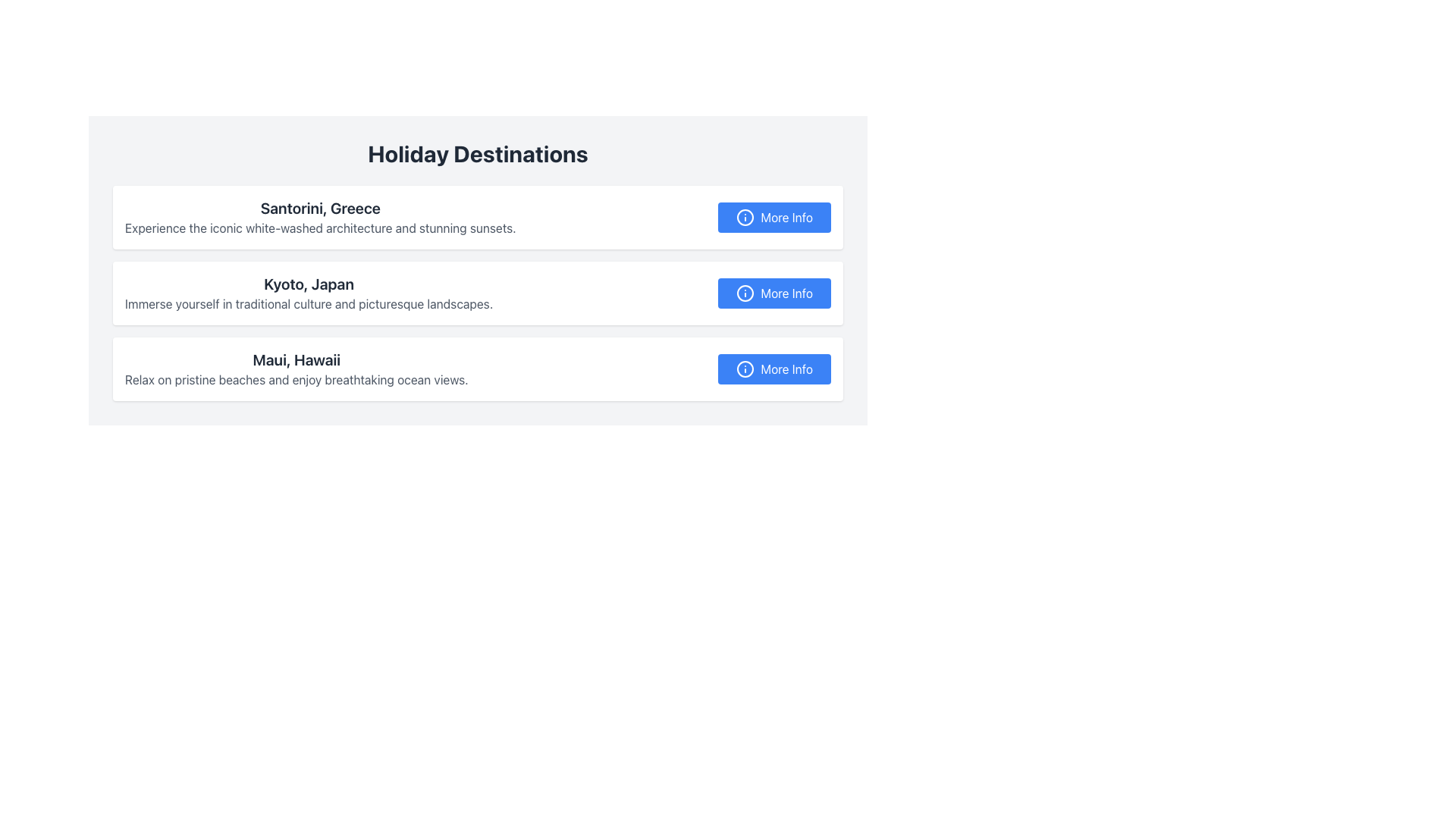 This screenshot has width=1456, height=819. I want to click on the informational text block displaying the holiday destination, positioned between 'Kyoto, Japan' and the 'More Info' button for Maui, so click(297, 369).